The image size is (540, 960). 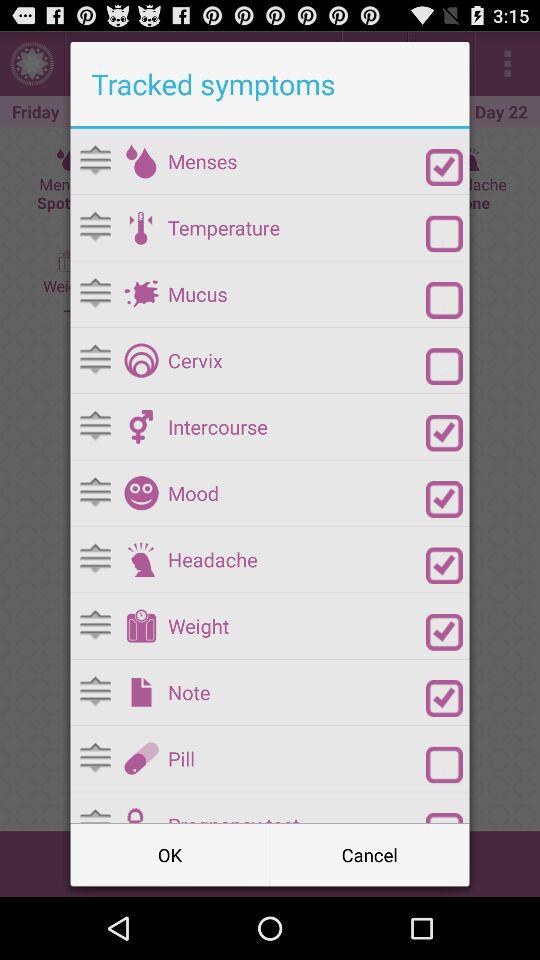 What do you see at coordinates (296, 559) in the screenshot?
I see `headache app` at bounding box center [296, 559].